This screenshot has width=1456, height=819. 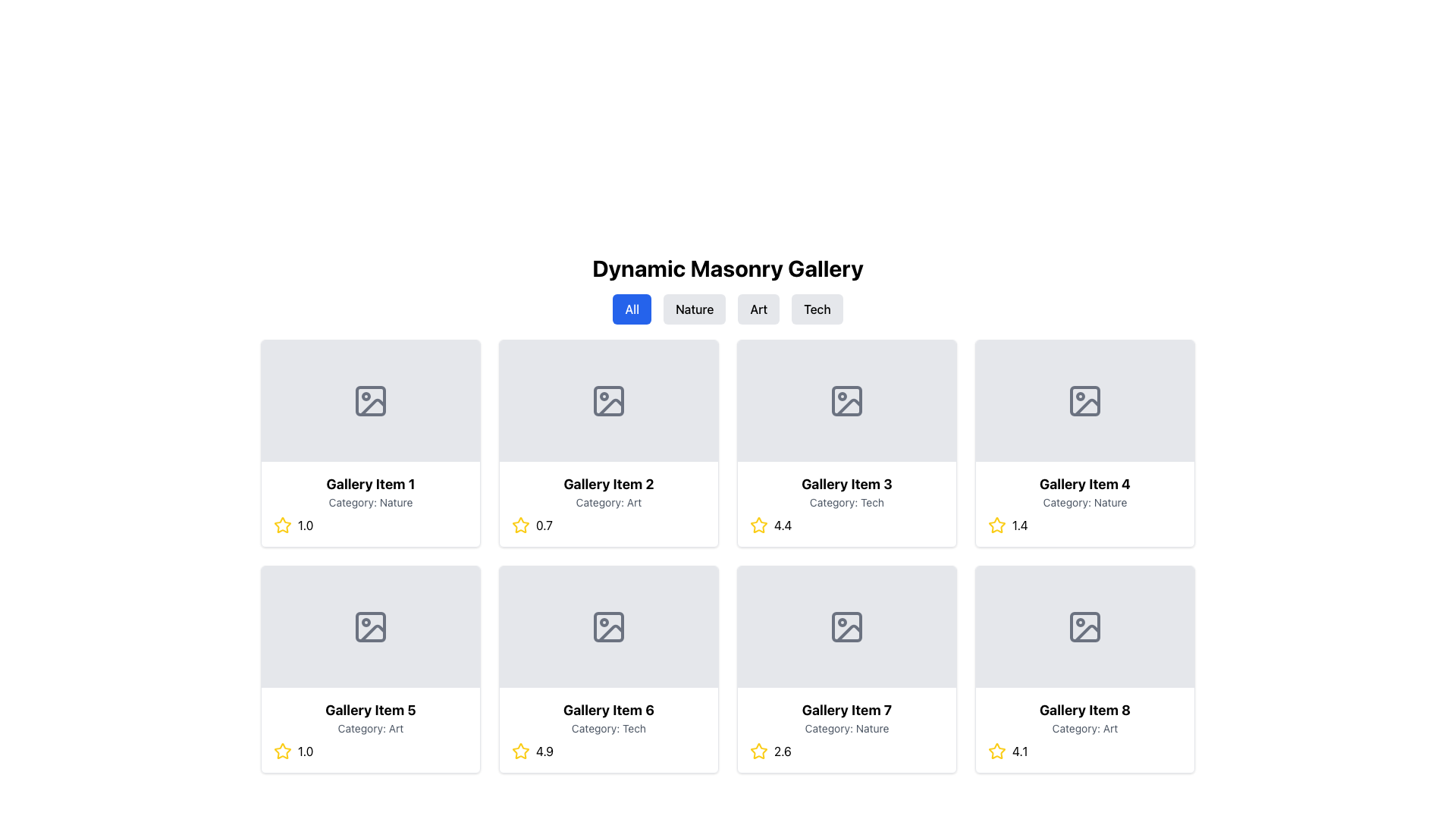 What do you see at coordinates (608, 626) in the screenshot?
I see `the Image Placeholder element, which is a gray rectangular block with an SVG image of a stylized photo, located at the top section of the card labeled 'Gallery Item 6'` at bounding box center [608, 626].